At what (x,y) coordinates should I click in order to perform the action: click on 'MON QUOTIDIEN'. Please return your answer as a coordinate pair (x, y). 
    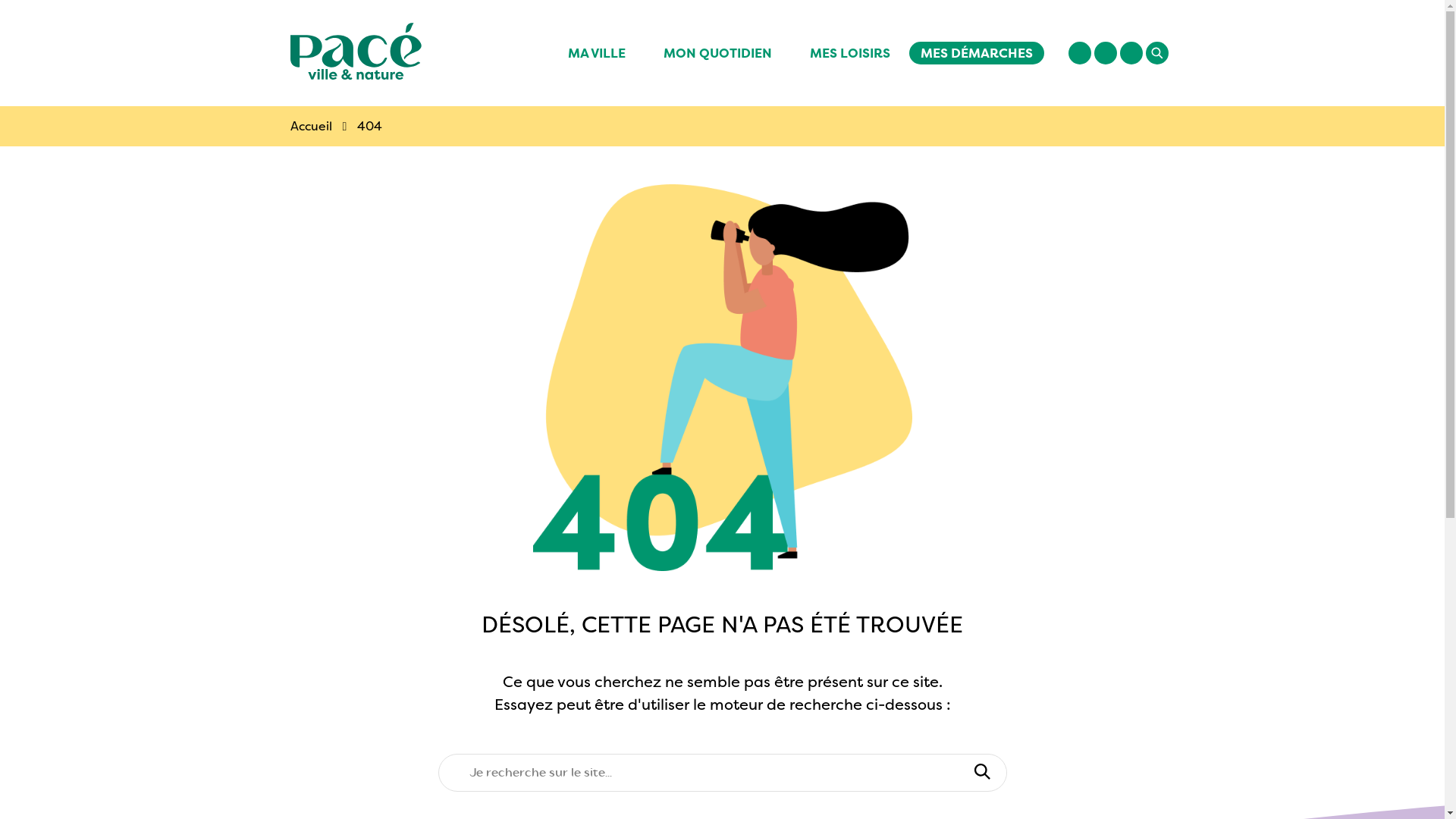
    Looking at the image, I should click on (644, 52).